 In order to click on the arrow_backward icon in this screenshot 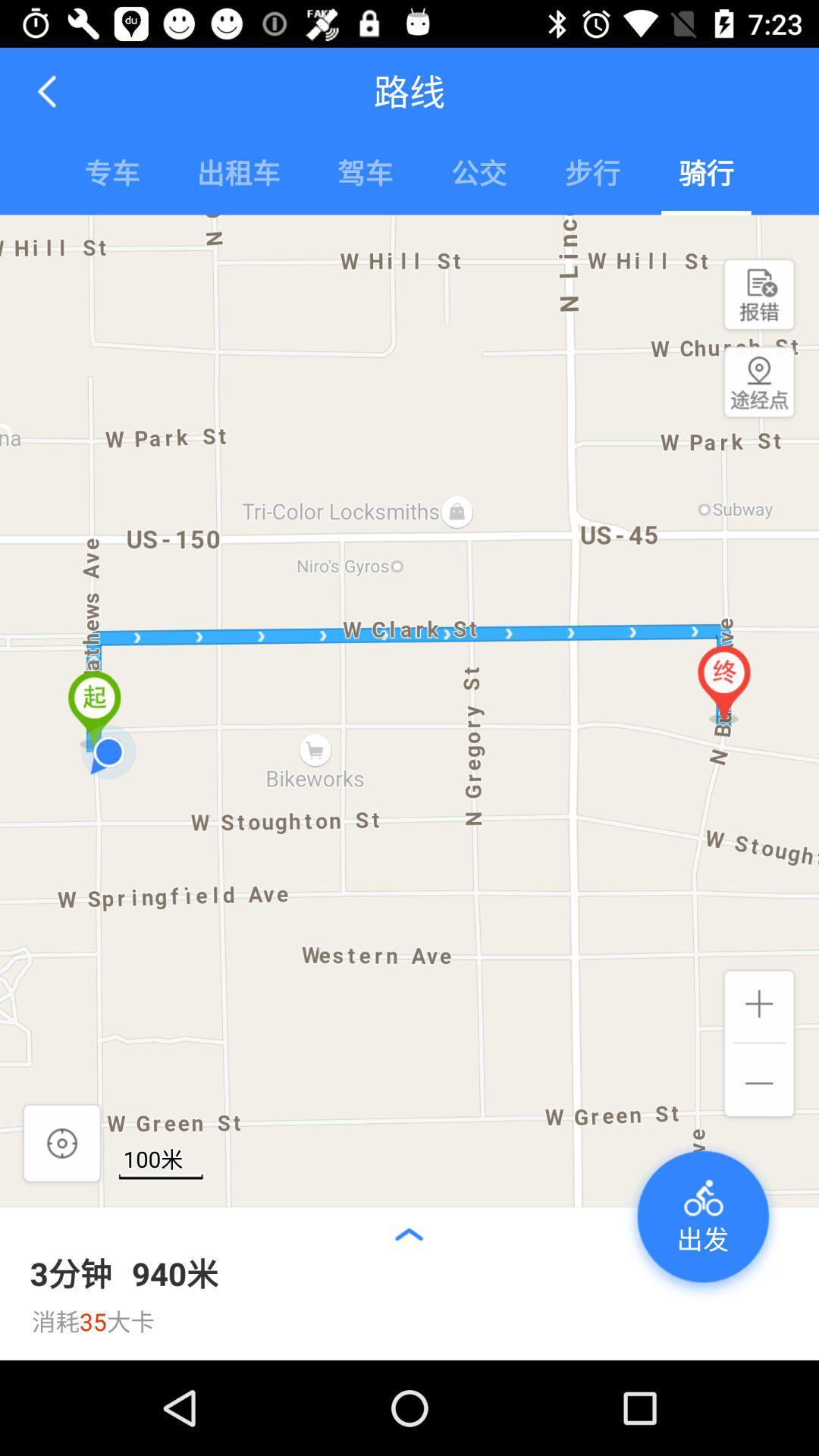, I will do `click(48, 90)`.